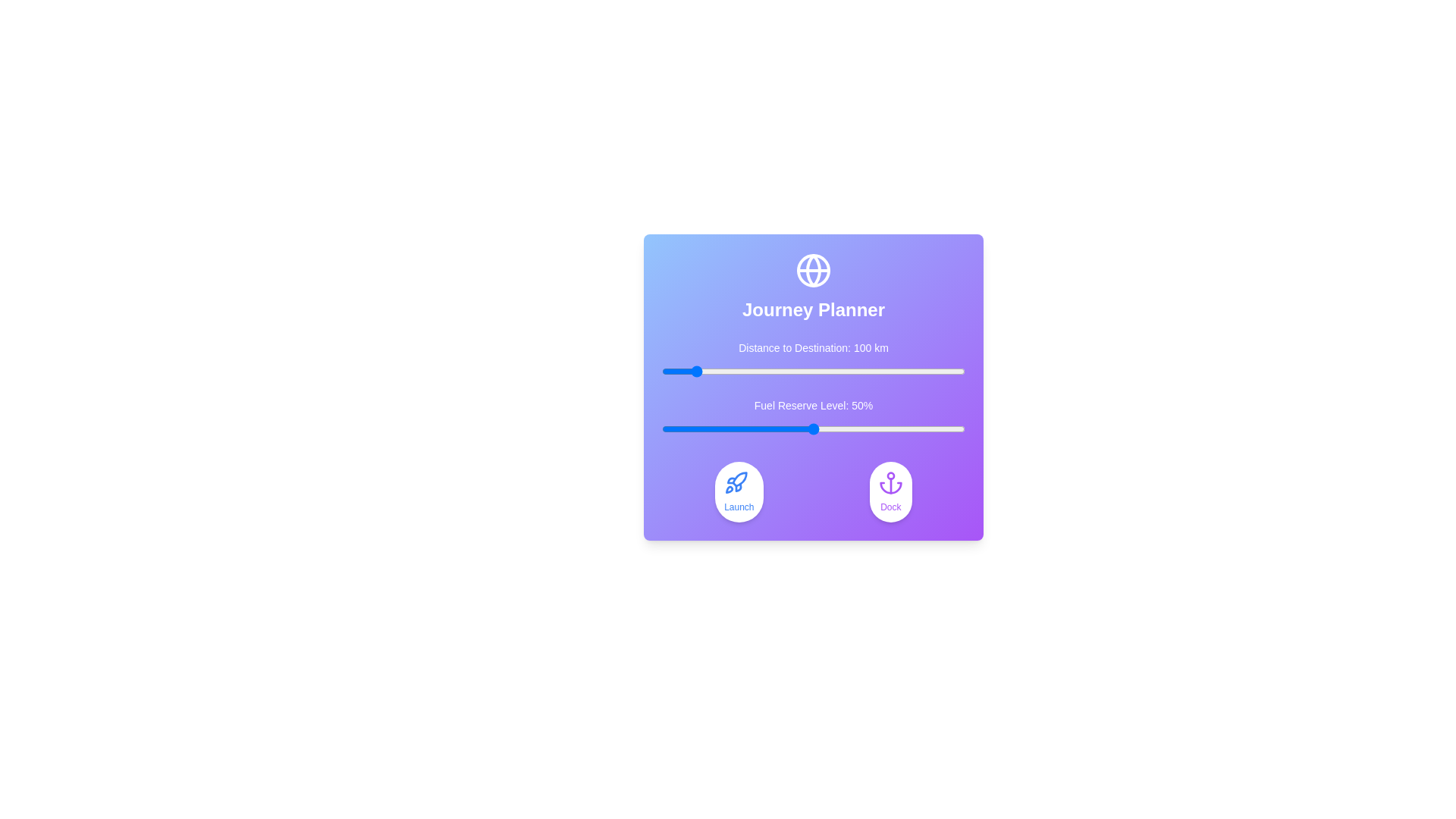 This screenshot has width=1456, height=819. Describe the element at coordinates (709, 371) in the screenshot. I see `the distance slider to 159 km` at that location.